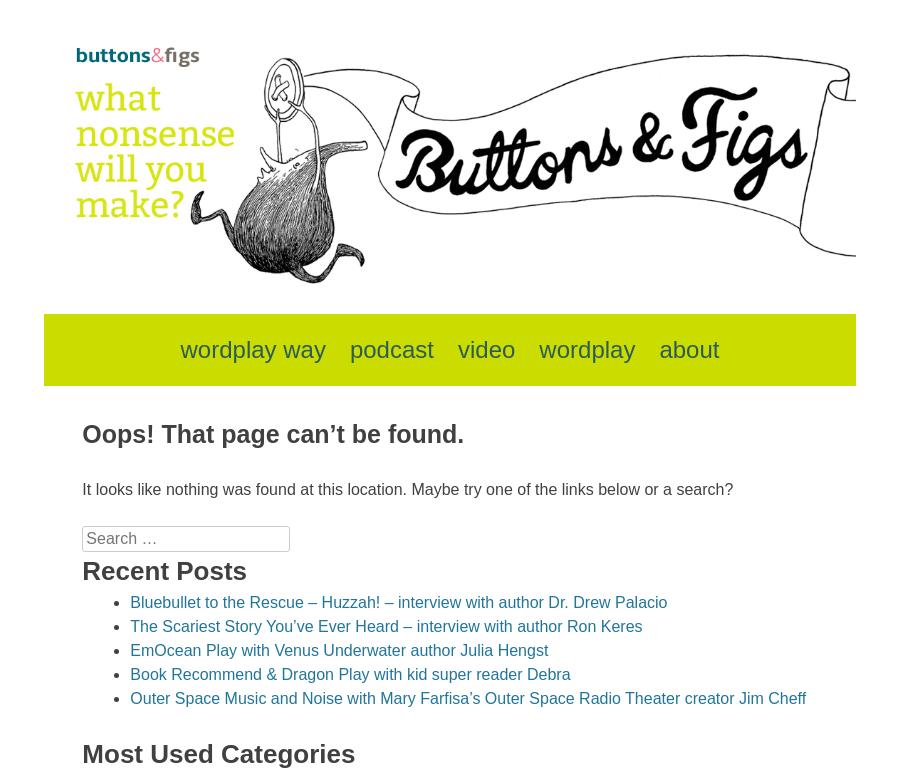  Describe the element at coordinates (271, 433) in the screenshot. I see `'Oops! That page can’t be found.'` at that location.